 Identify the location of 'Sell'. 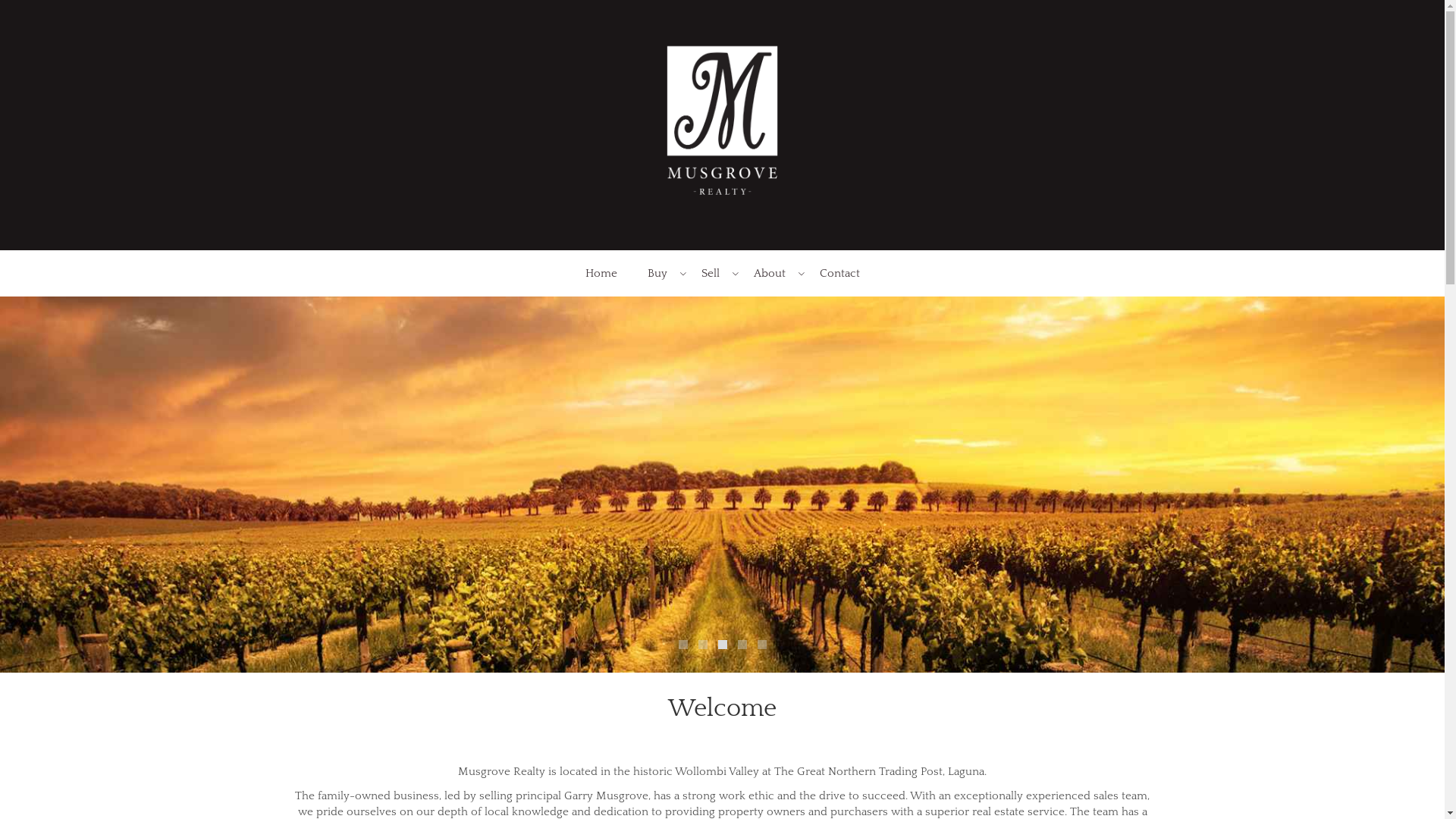
(711, 273).